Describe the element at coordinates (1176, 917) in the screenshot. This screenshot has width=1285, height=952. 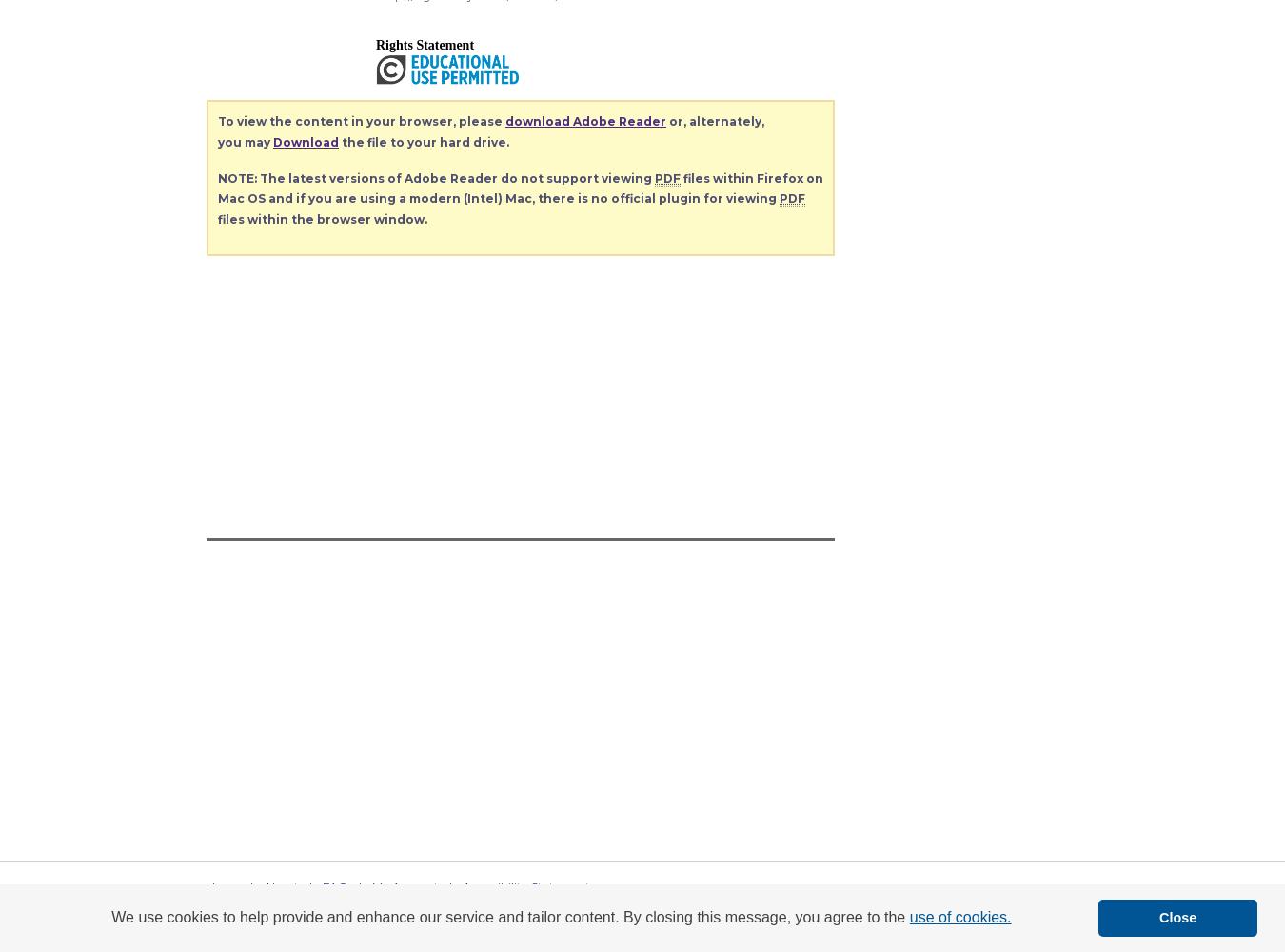
I see `'Close'` at that location.